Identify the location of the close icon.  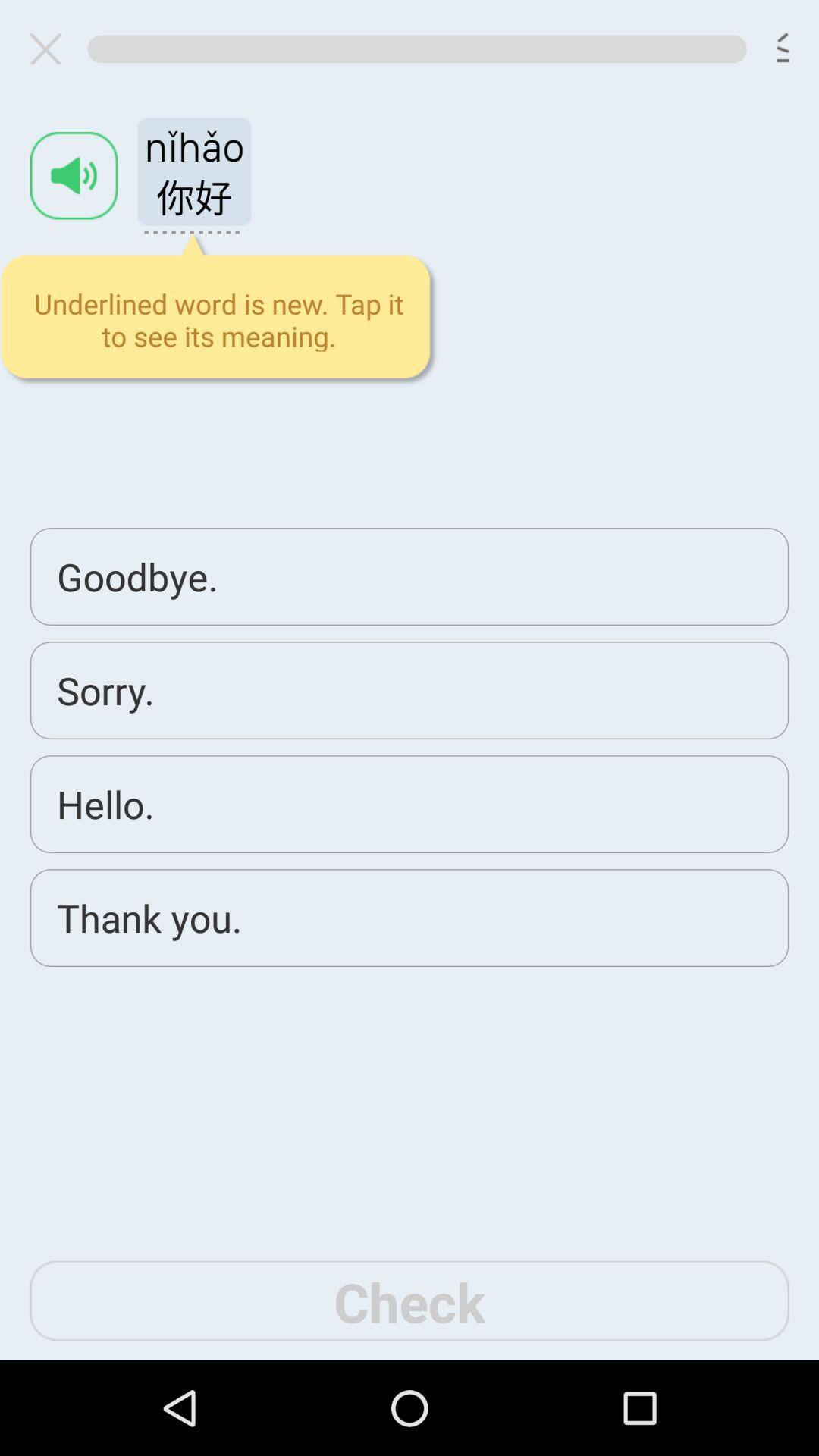
(51, 52).